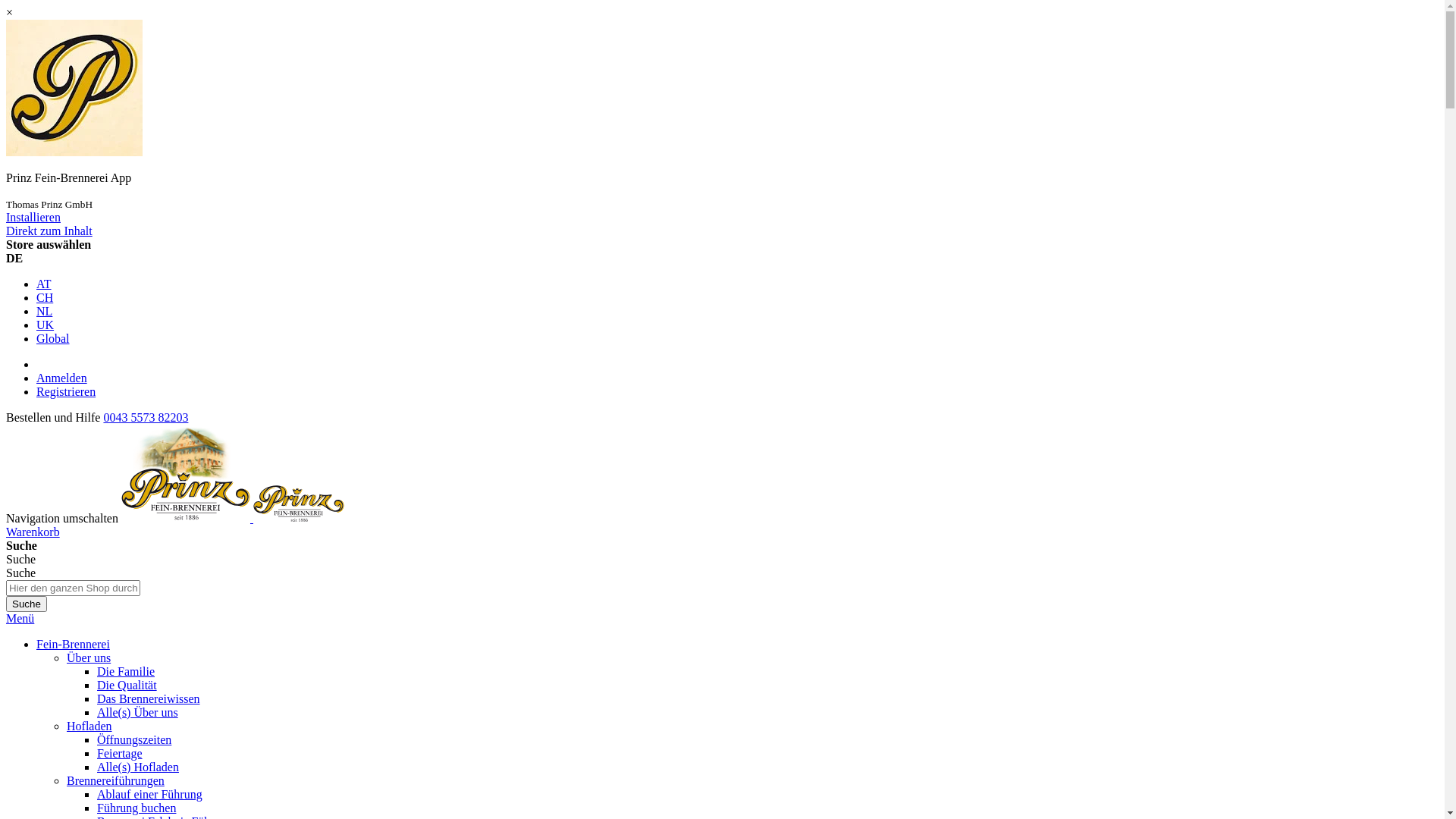 The width and height of the screenshot is (1456, 819). I want to click on '0043 5573 82203', so click(146, 417).